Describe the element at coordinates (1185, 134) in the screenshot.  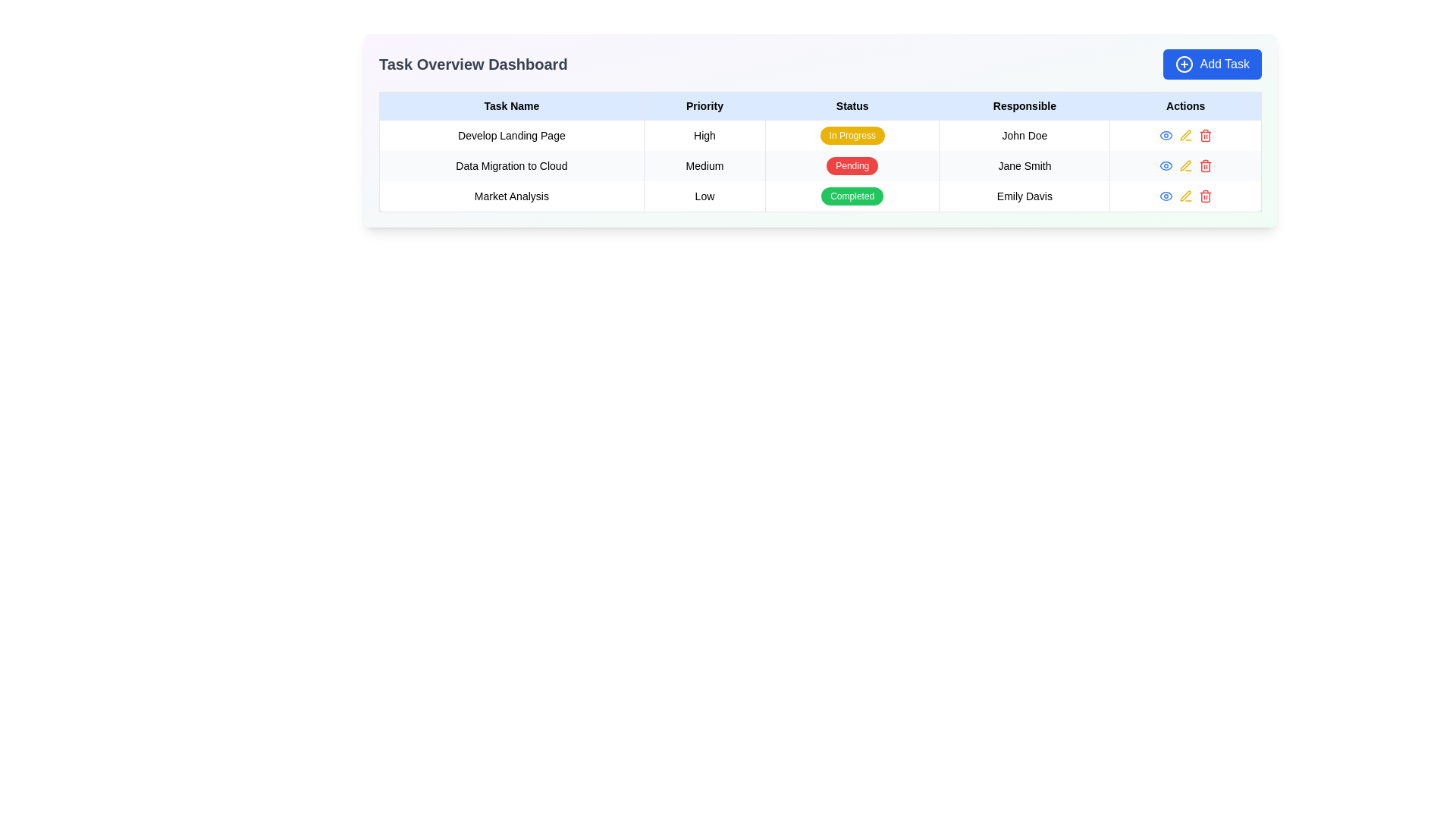
I see `the Edit icon button located in the 'Actions' column` at that location.